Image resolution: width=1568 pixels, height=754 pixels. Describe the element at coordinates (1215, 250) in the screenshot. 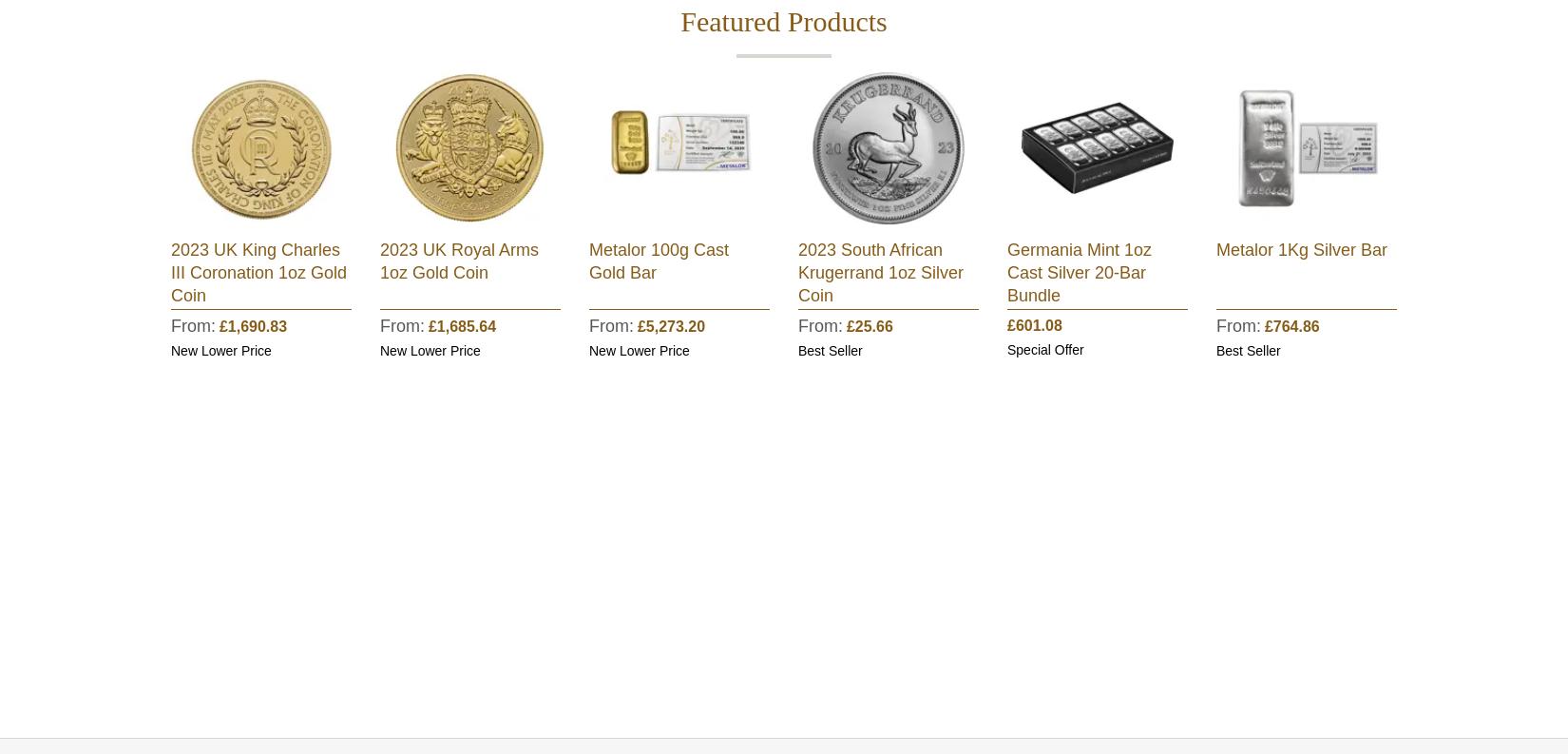

I see `'Metalor 1Kg Silver Bar'` at that location.